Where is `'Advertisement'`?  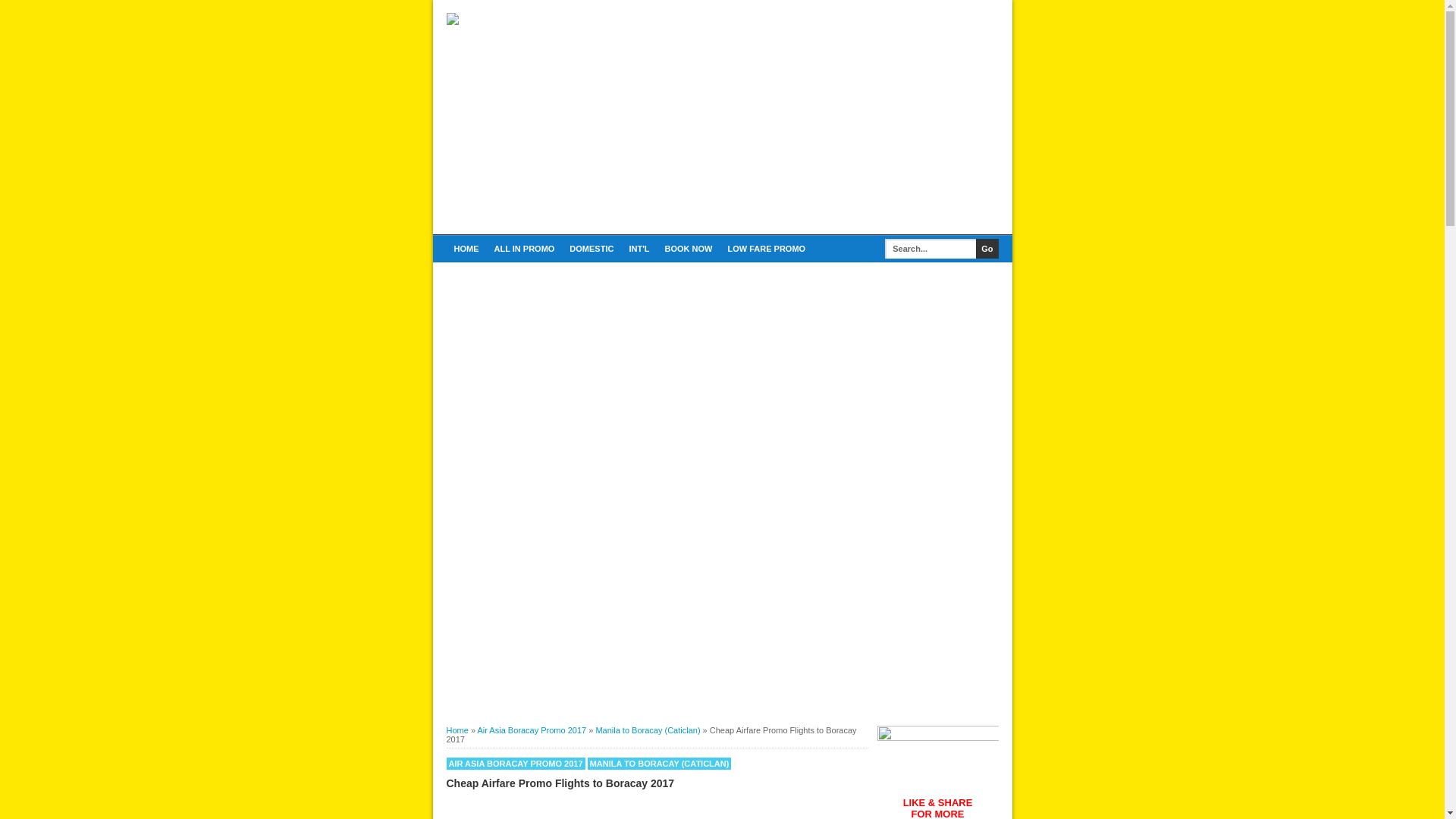 'Advertisement' is located at coordinates (445, 598).